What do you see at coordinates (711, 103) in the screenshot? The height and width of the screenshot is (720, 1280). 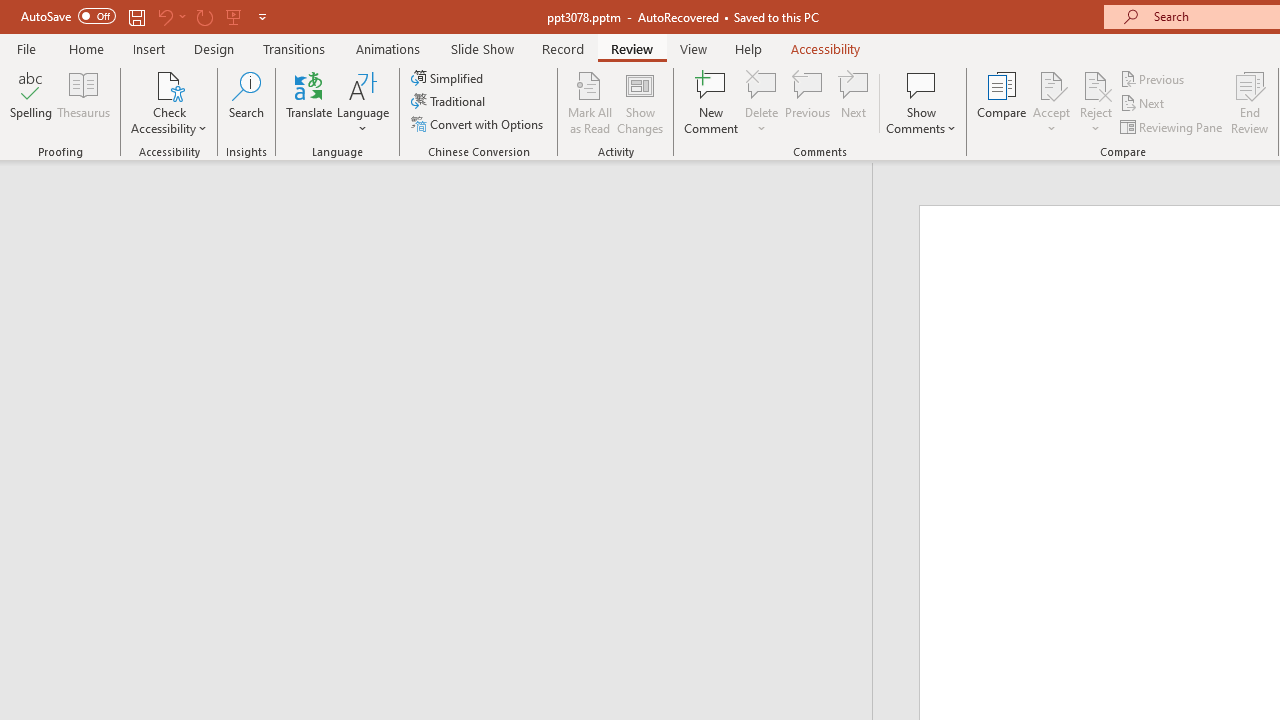 I see `'New Comment'` at bounding box center [711, 103].